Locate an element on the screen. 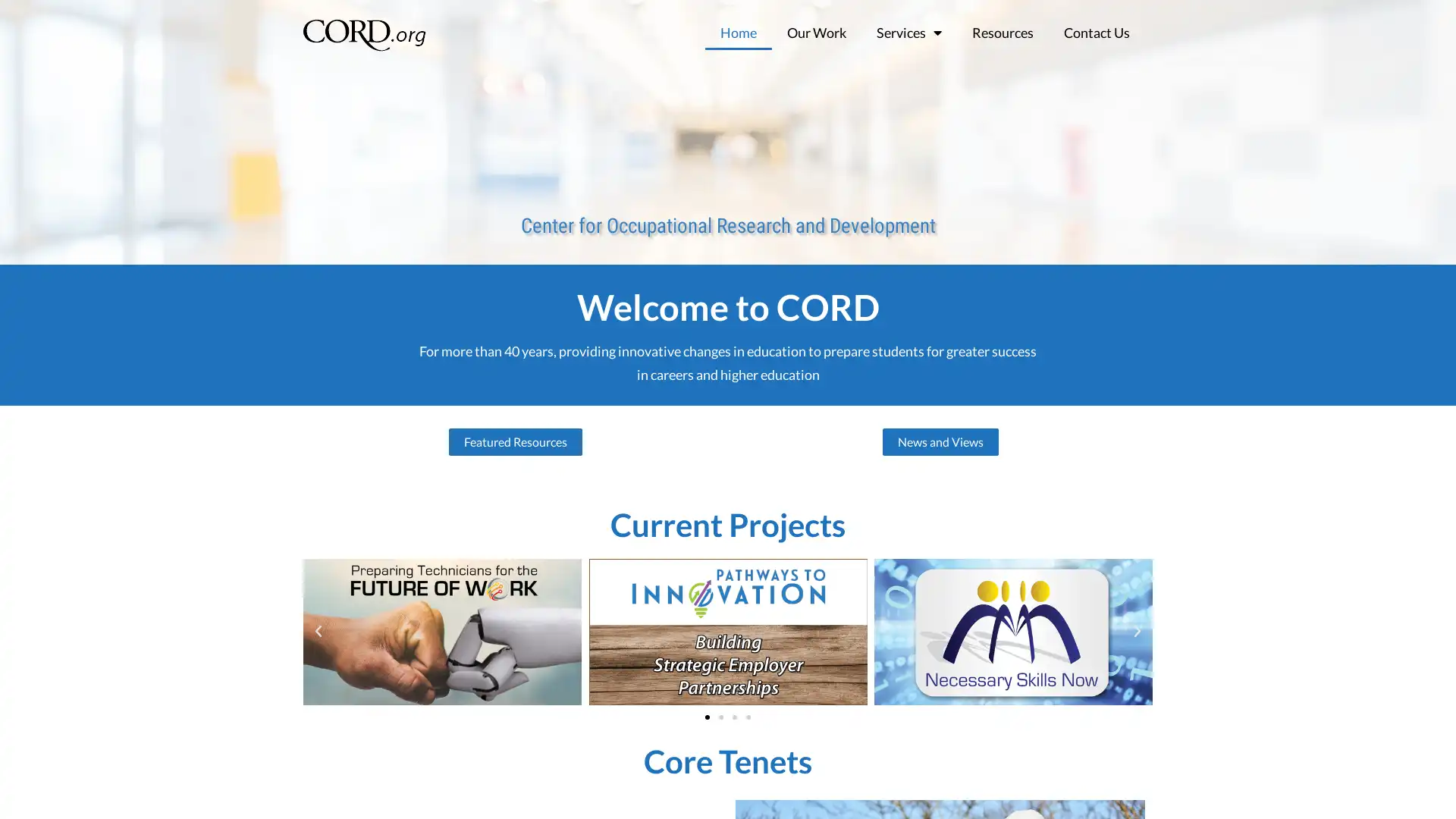  Go to slide 1 is located at coordinates (706, 717).